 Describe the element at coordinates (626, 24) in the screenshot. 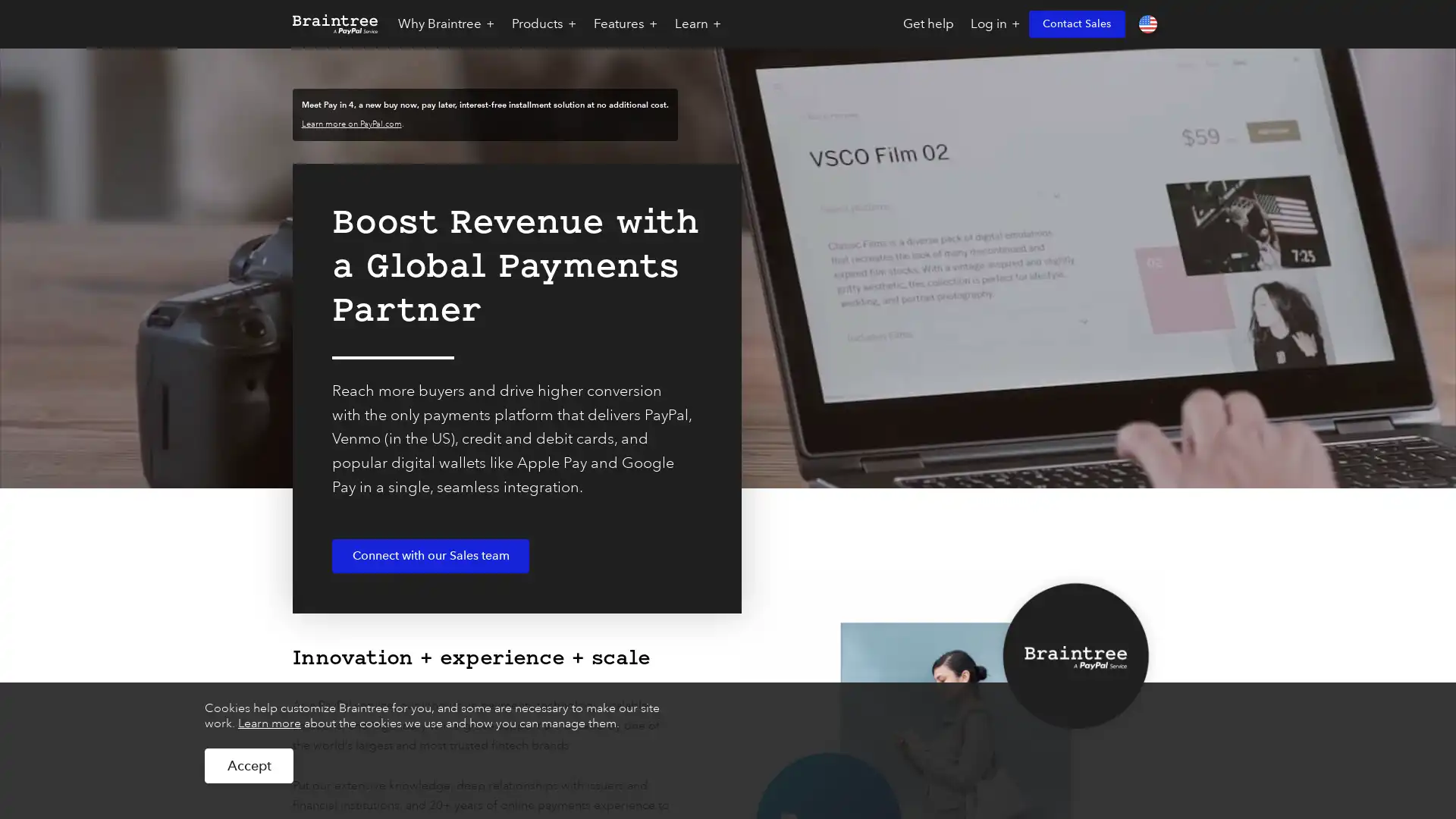

I see `Features menu` at that location.